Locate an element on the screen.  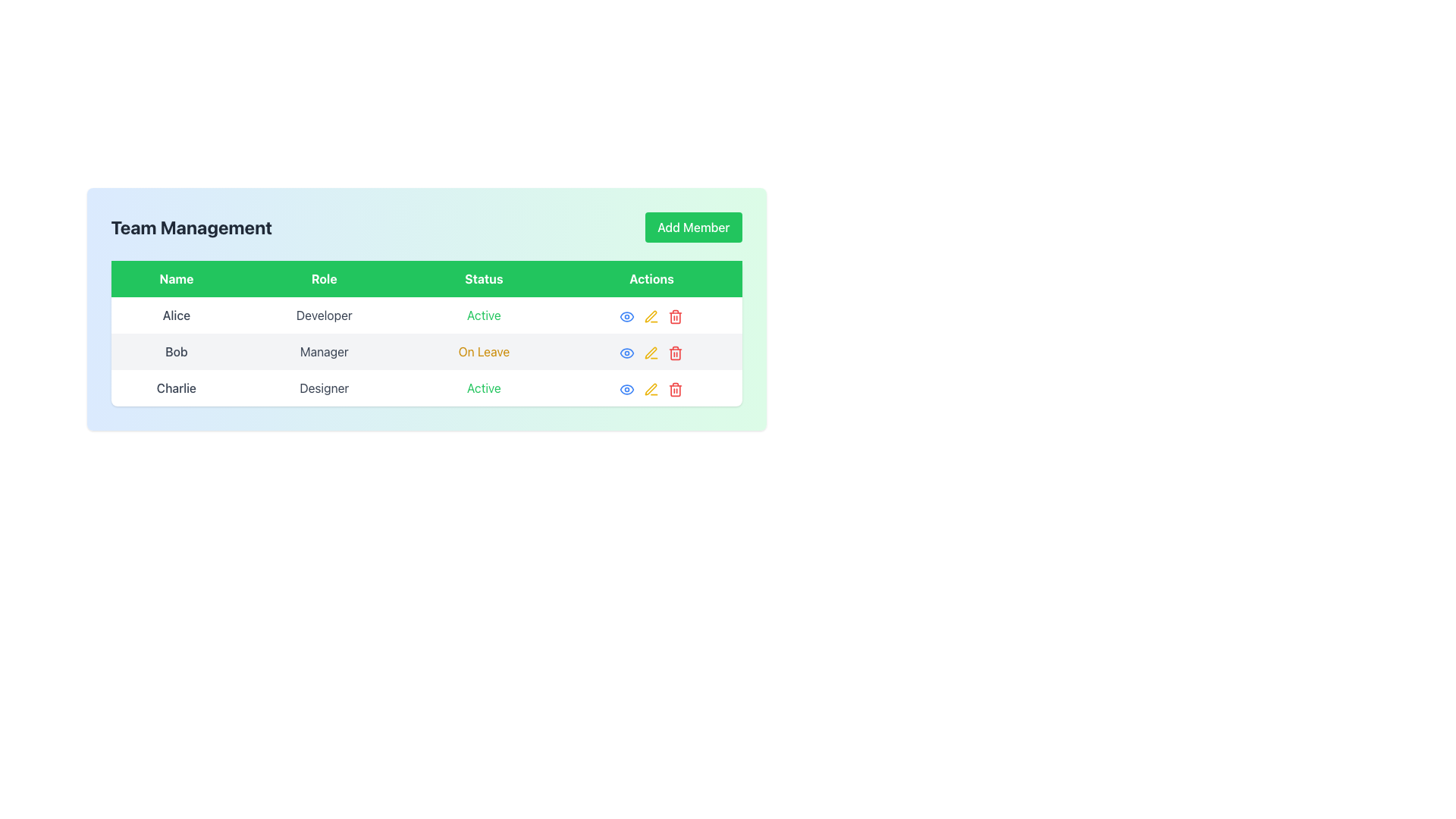
the 'Add Member' button located in the top-right corner of the 'Team Management' interface is located at coordinates (692, 227).